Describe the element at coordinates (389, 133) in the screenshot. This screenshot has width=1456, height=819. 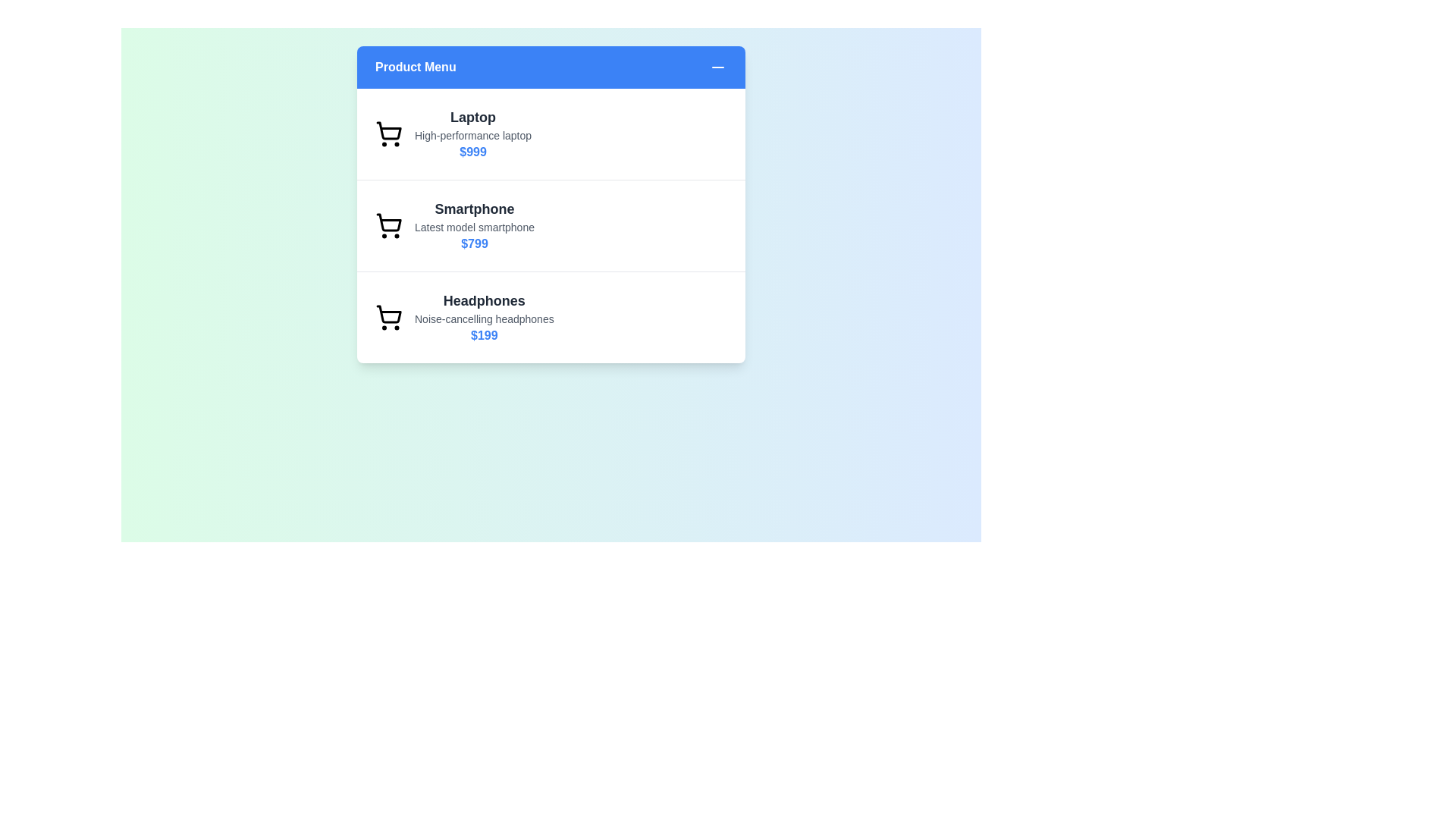
I see `the product icon for Laptop` at that location.